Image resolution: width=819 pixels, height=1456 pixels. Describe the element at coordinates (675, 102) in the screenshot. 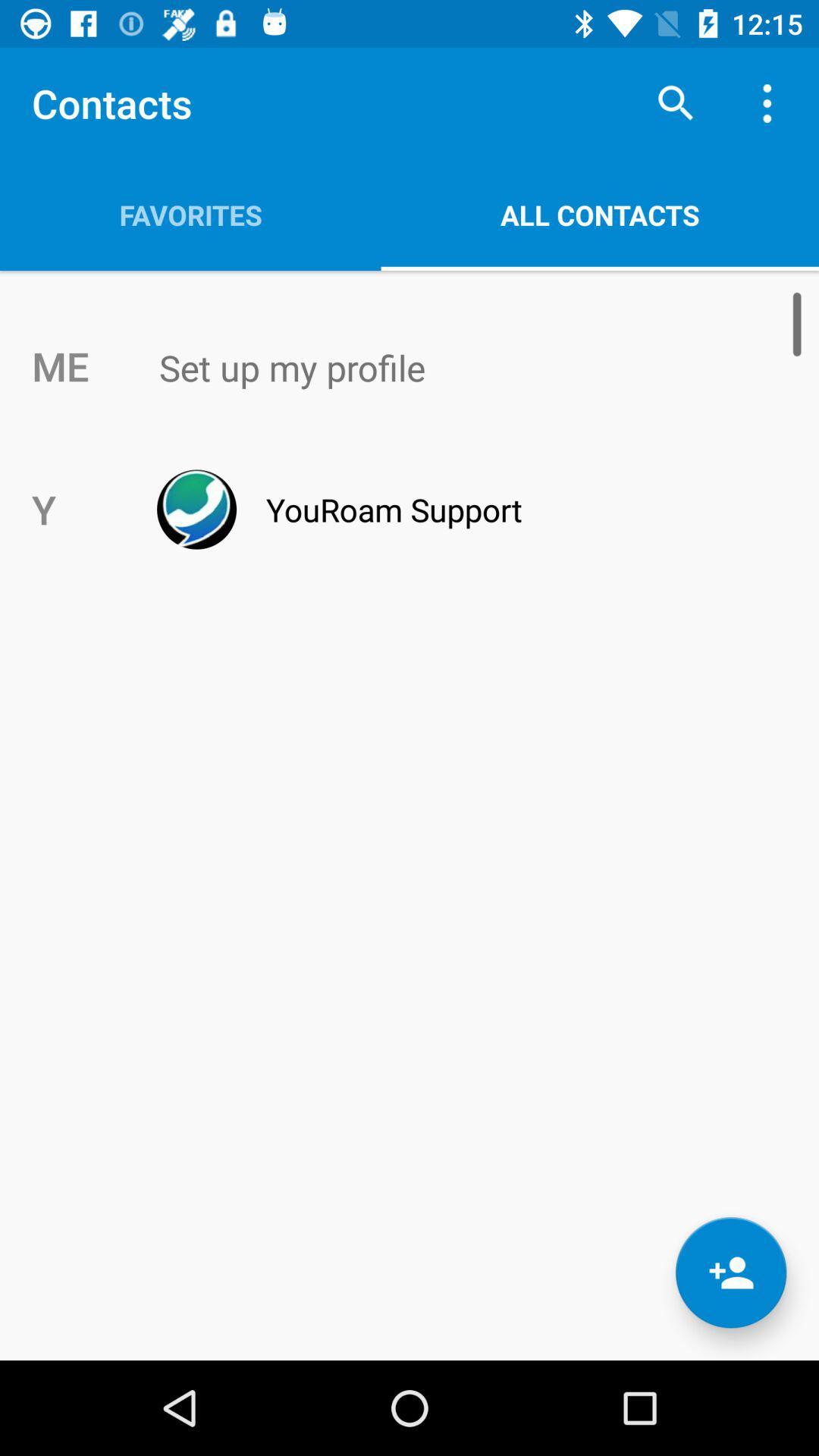

I see `icon to the right of favorites app` at that location.